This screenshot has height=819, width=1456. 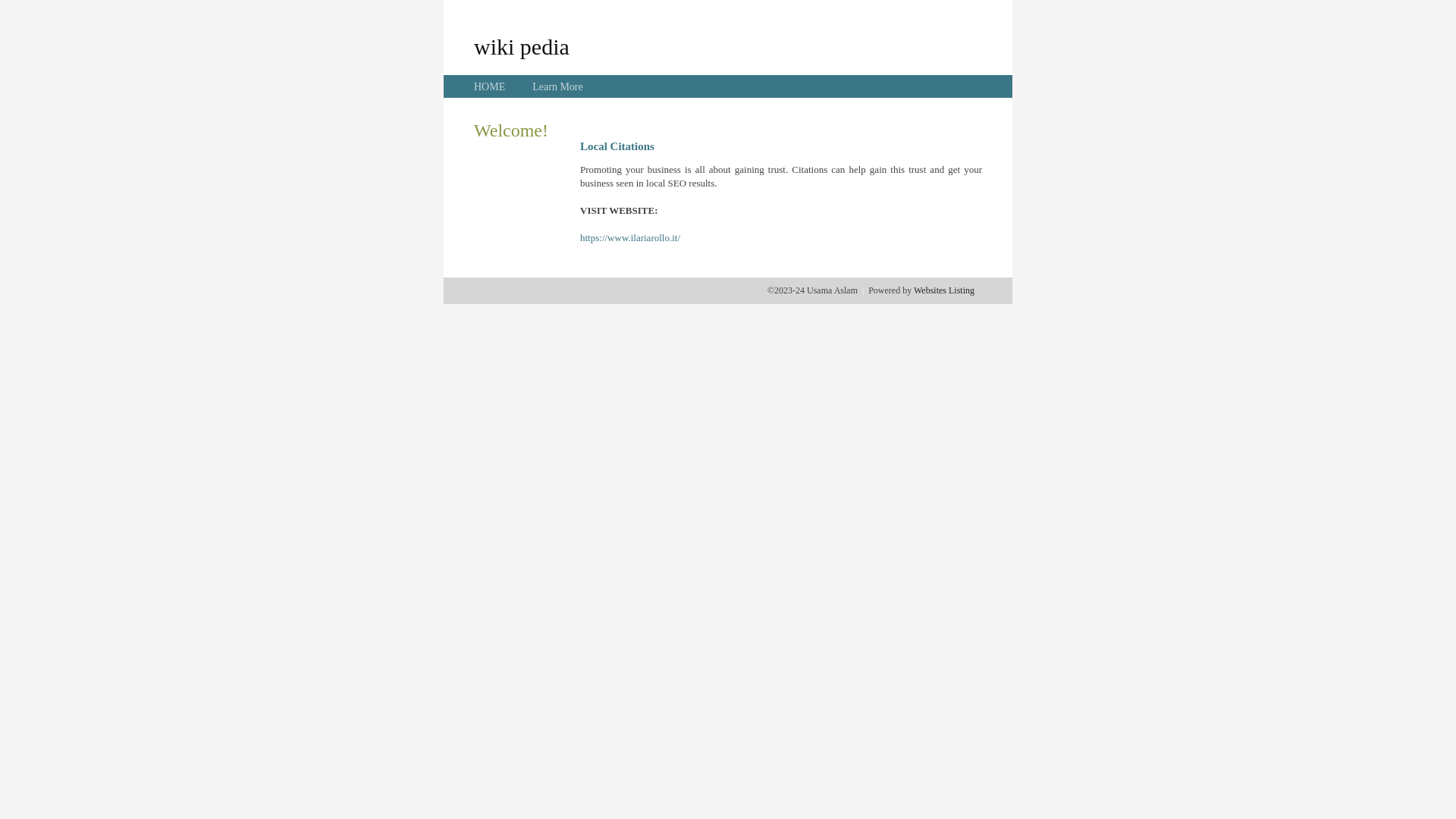 What do you see at coordinates (521, 45) in the screenshot?
I see `'wiki pedia'` at bounding box center [521, 45].